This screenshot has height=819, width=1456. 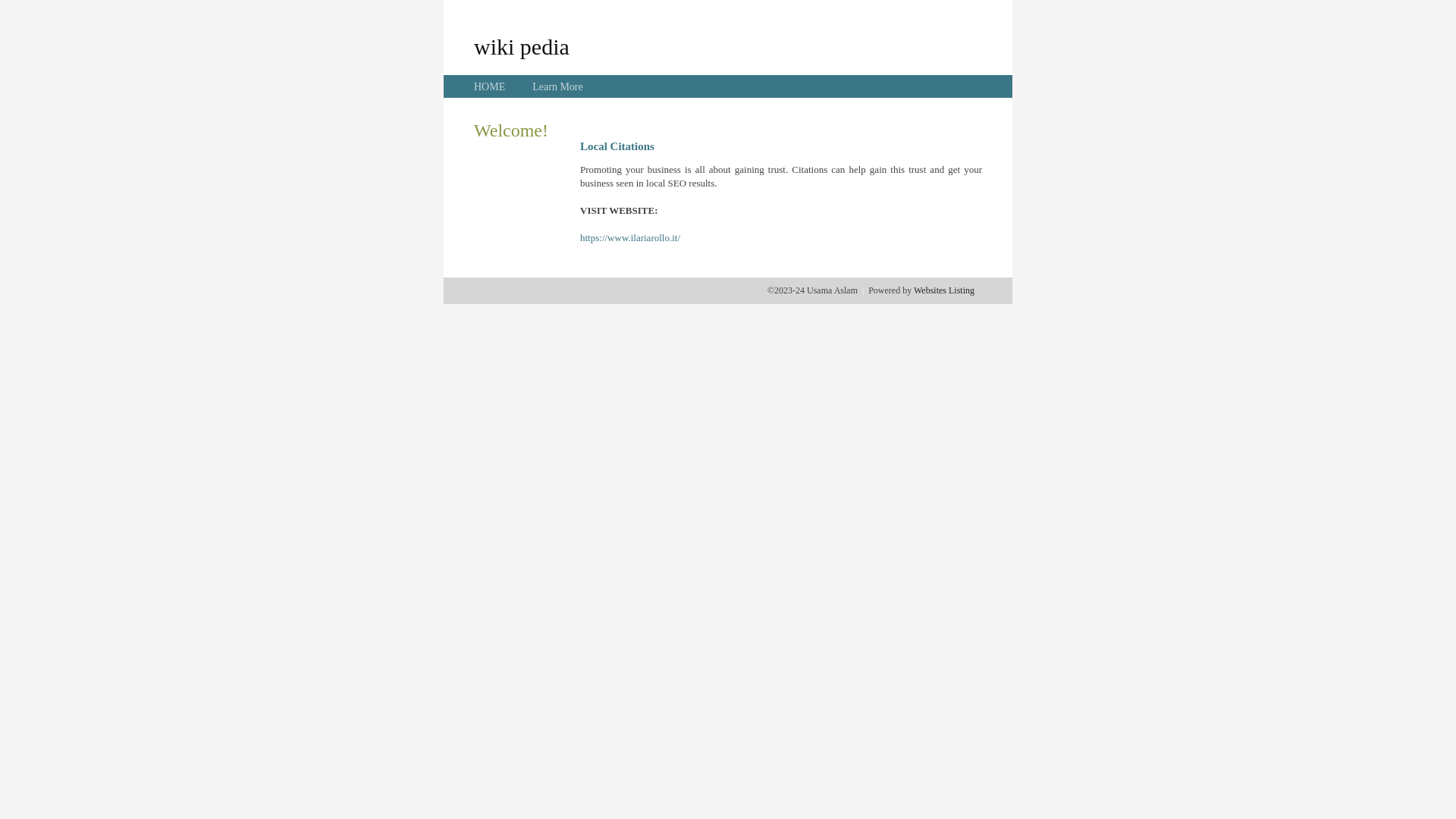 What do you see at coordinates (521, 45) in the screenshot?
I see `'wiki pedia'` at bounding box center [521, 45].